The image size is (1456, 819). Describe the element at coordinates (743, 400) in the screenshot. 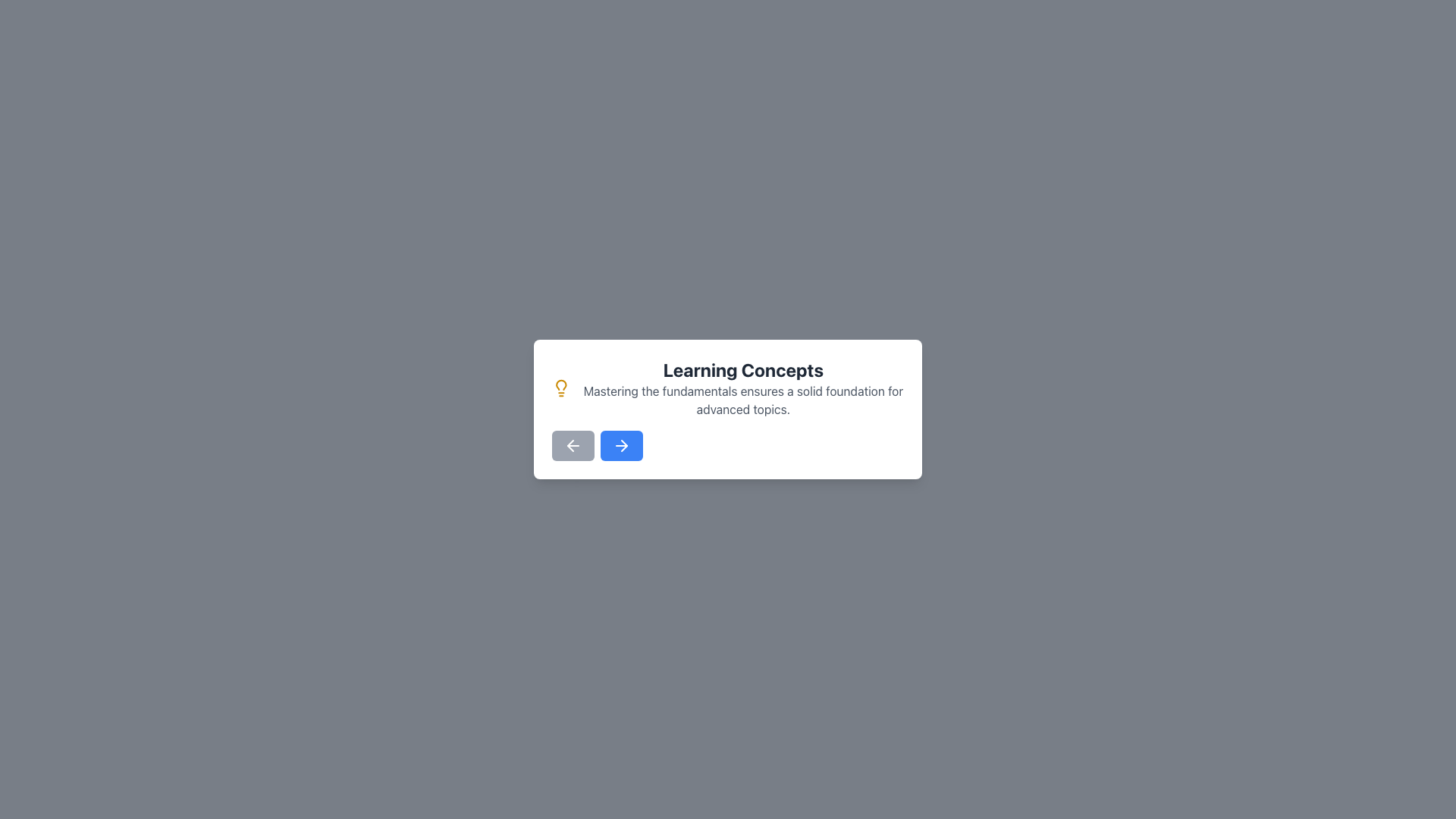

I see `the descriptive text element located directly below the 'Learning Concepts' heading, which serves as a subtitle providing additional context` at that location.